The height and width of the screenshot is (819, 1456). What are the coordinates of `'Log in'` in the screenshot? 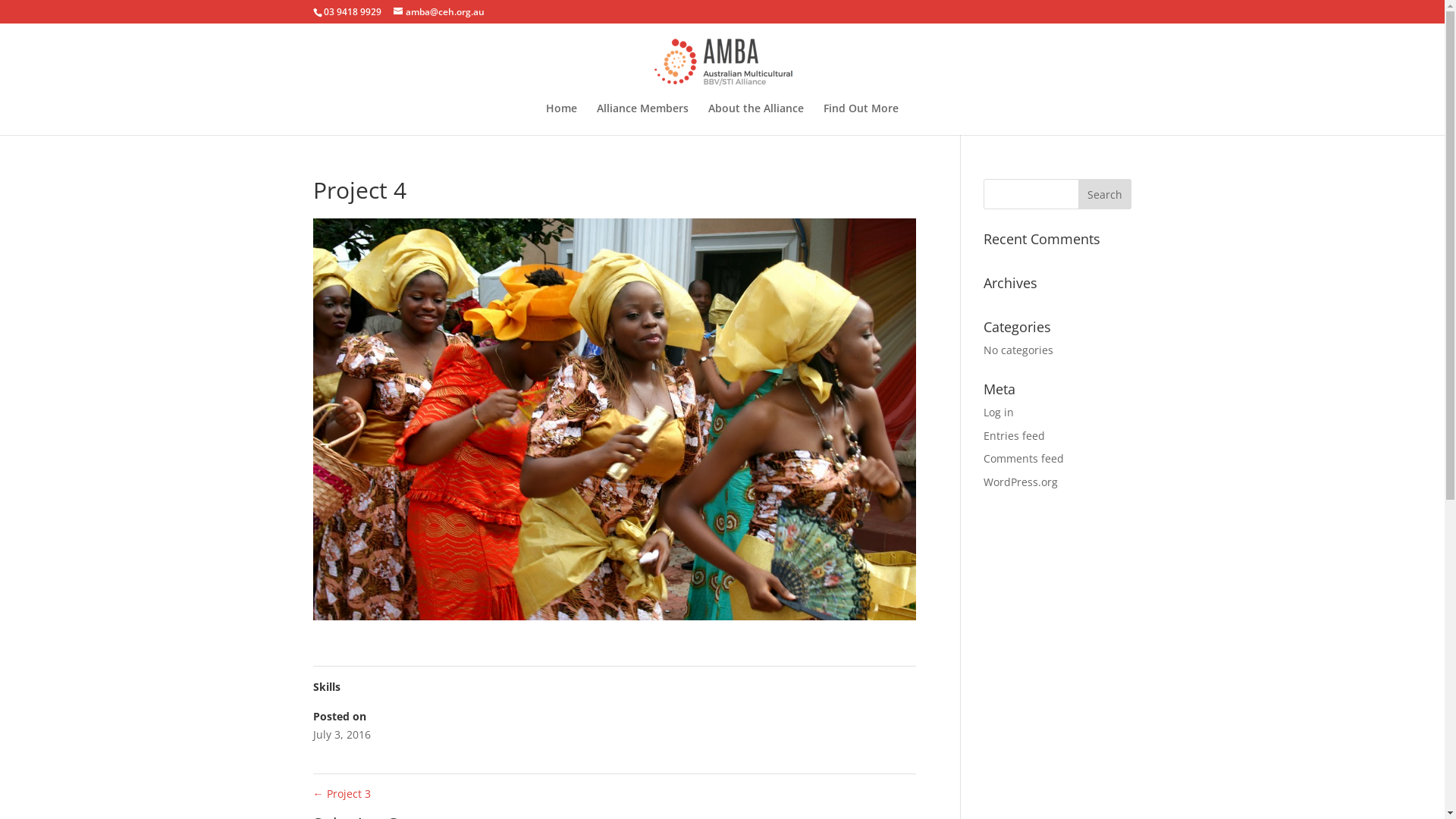 It's located at (998, 412).